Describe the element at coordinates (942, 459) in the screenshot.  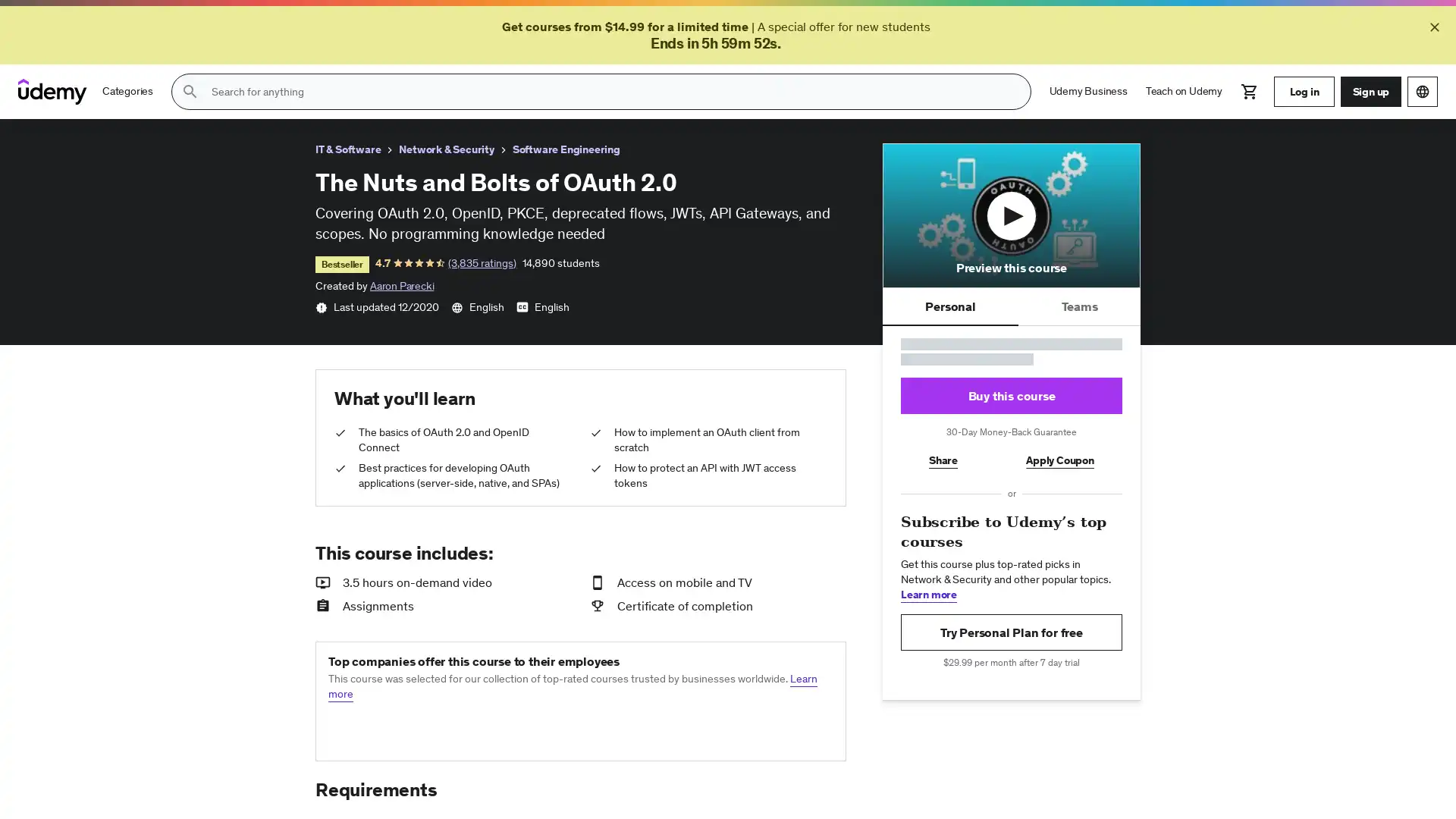
I see `Share` at that location.